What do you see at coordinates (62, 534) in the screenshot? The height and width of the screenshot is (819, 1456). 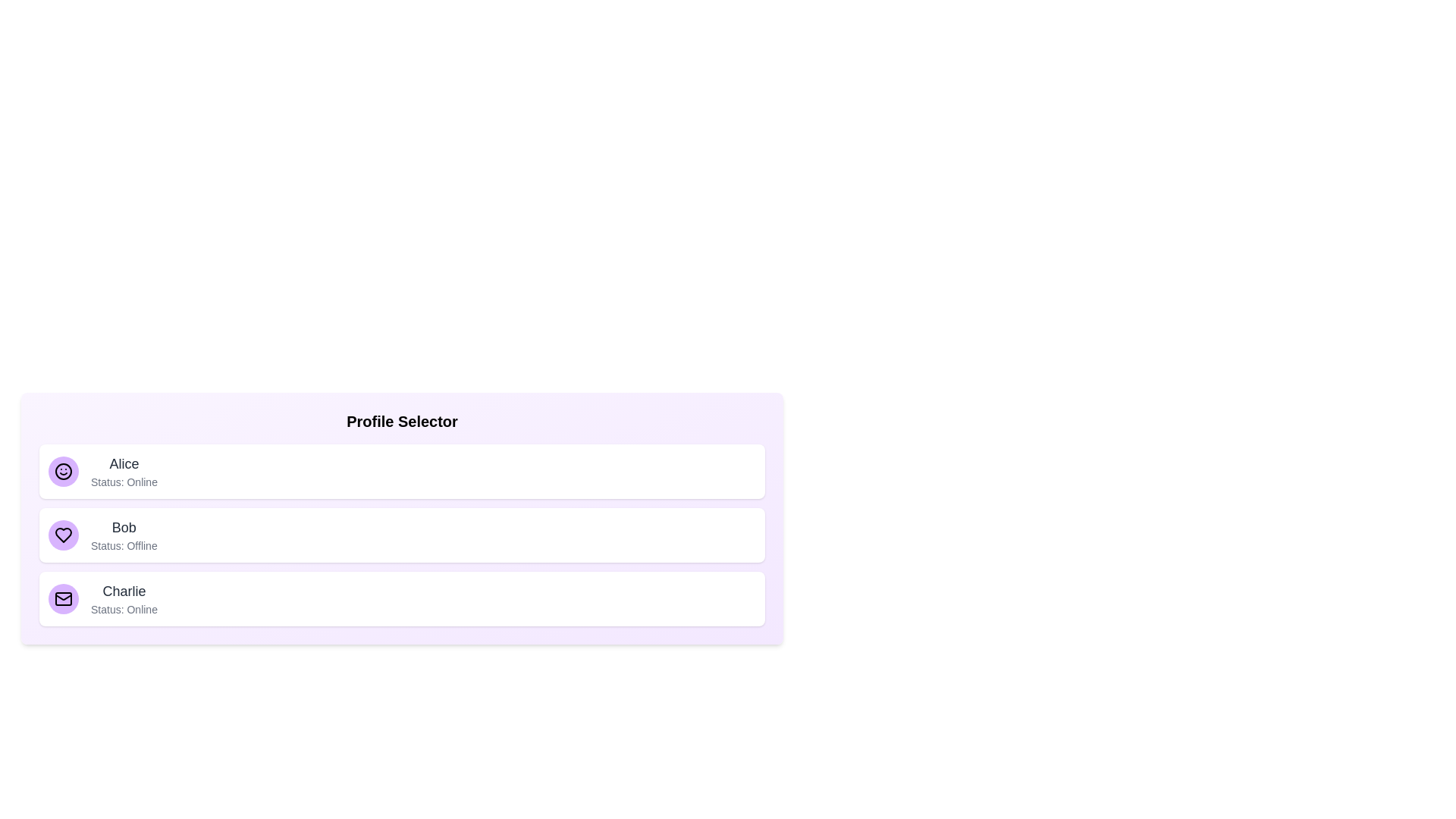 I see `the avatar associated with the profile Bob` at bounding box center [62, 534].